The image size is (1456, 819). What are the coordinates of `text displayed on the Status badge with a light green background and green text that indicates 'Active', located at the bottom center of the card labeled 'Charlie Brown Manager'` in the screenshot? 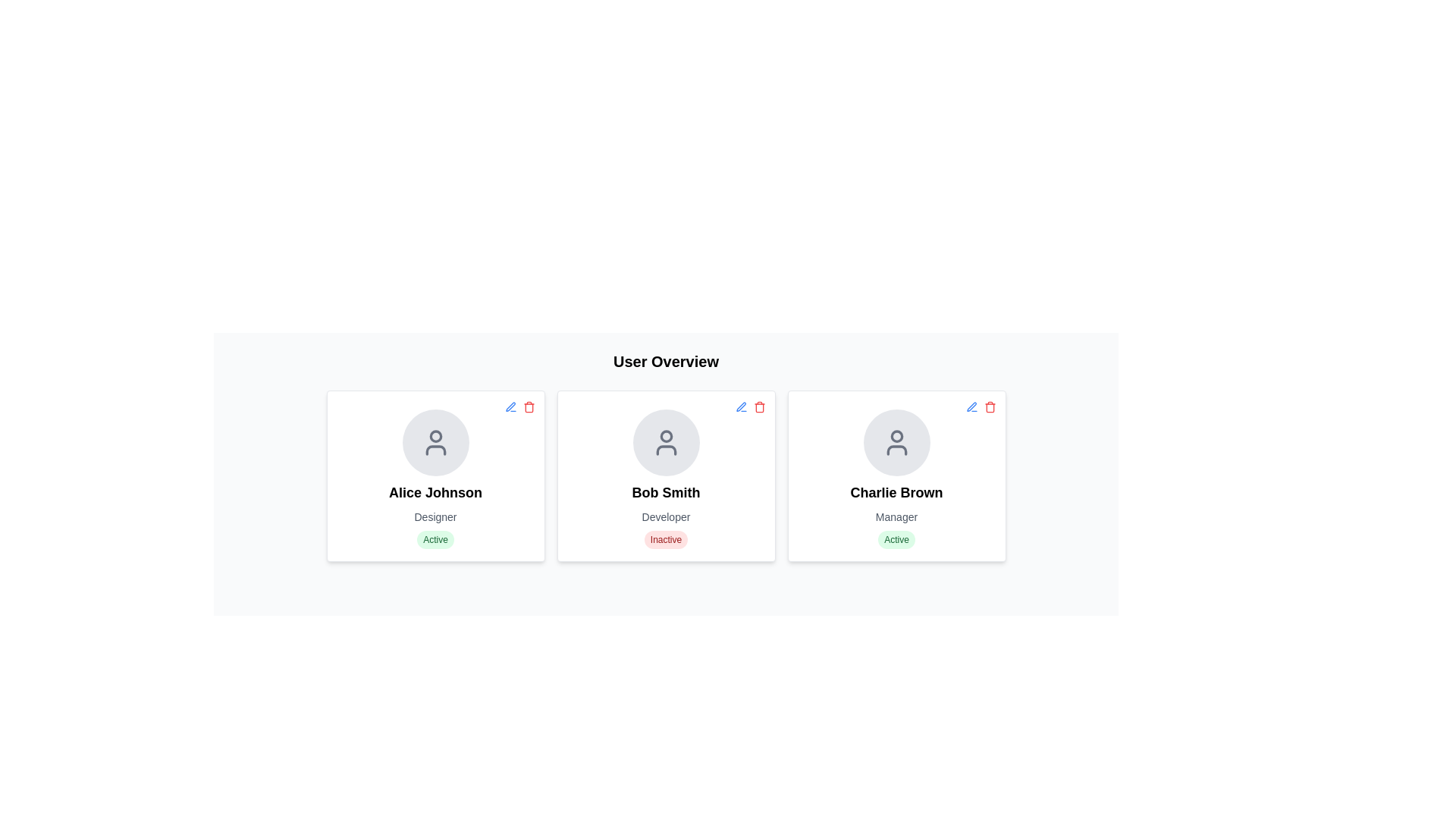 It's located at (896, 539).